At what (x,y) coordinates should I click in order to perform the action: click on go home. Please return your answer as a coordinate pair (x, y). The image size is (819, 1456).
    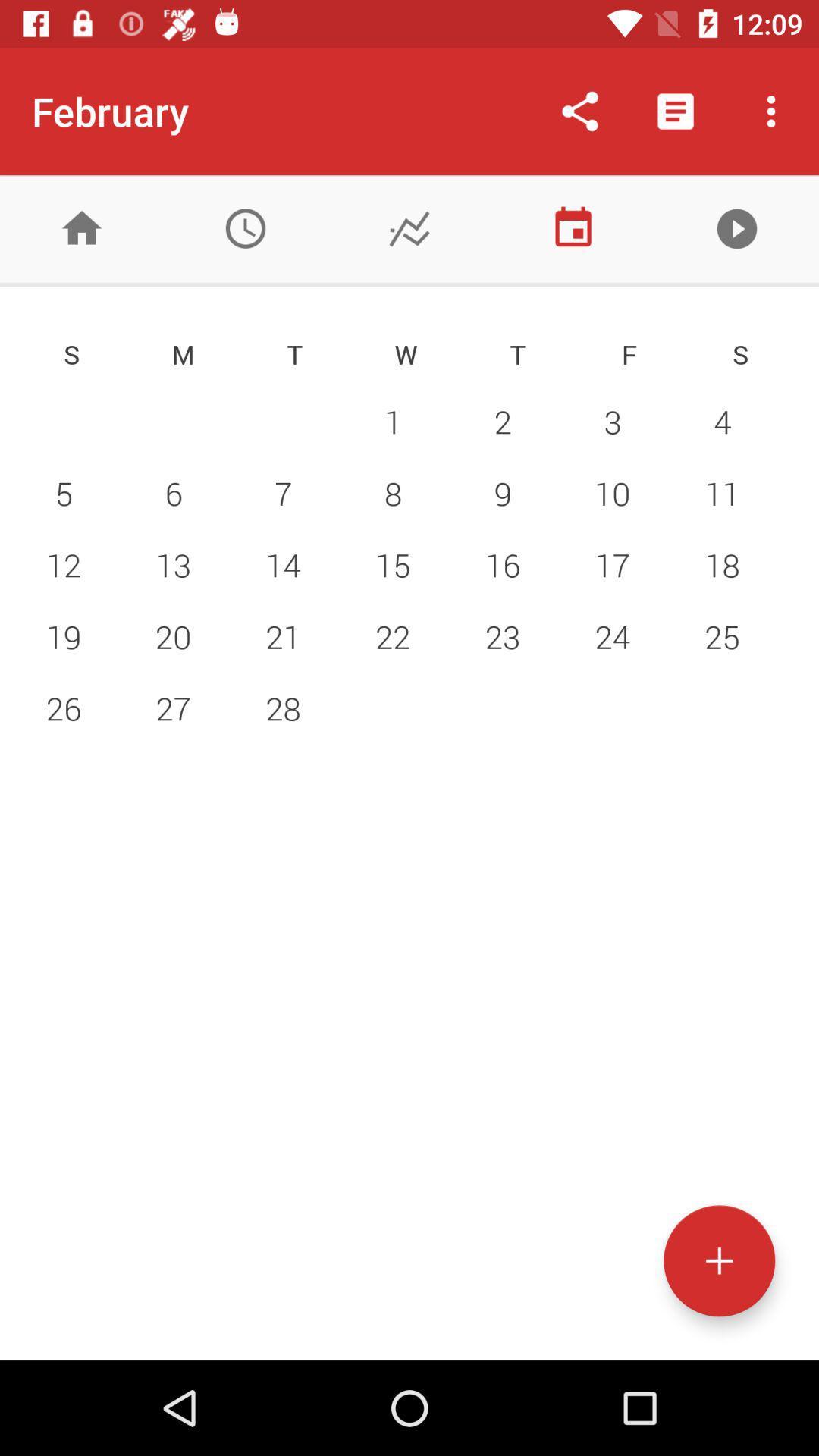
    Looking at the image, I should click on (82, 227).